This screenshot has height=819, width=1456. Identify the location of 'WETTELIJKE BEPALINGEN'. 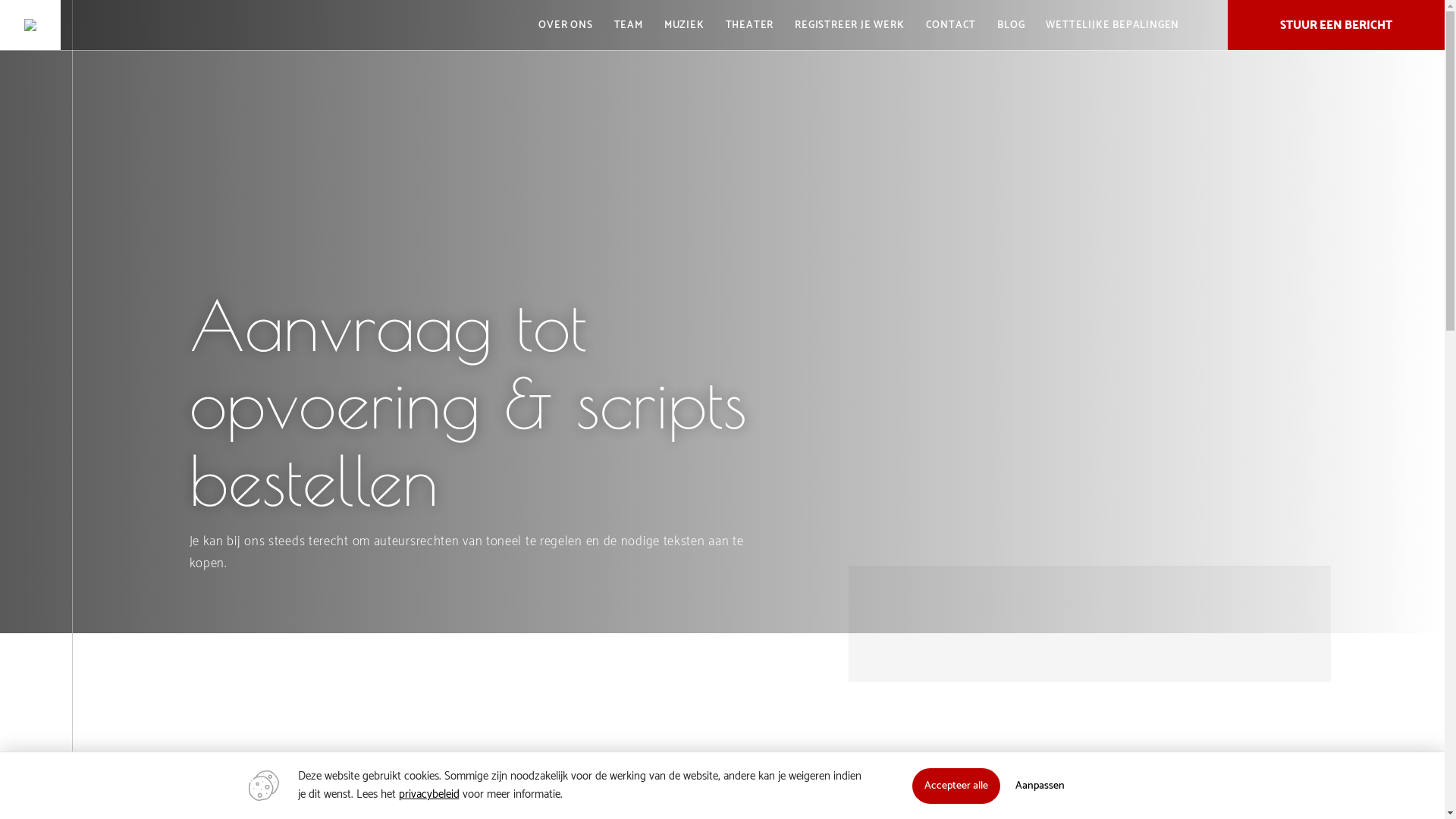
(1112, 25).